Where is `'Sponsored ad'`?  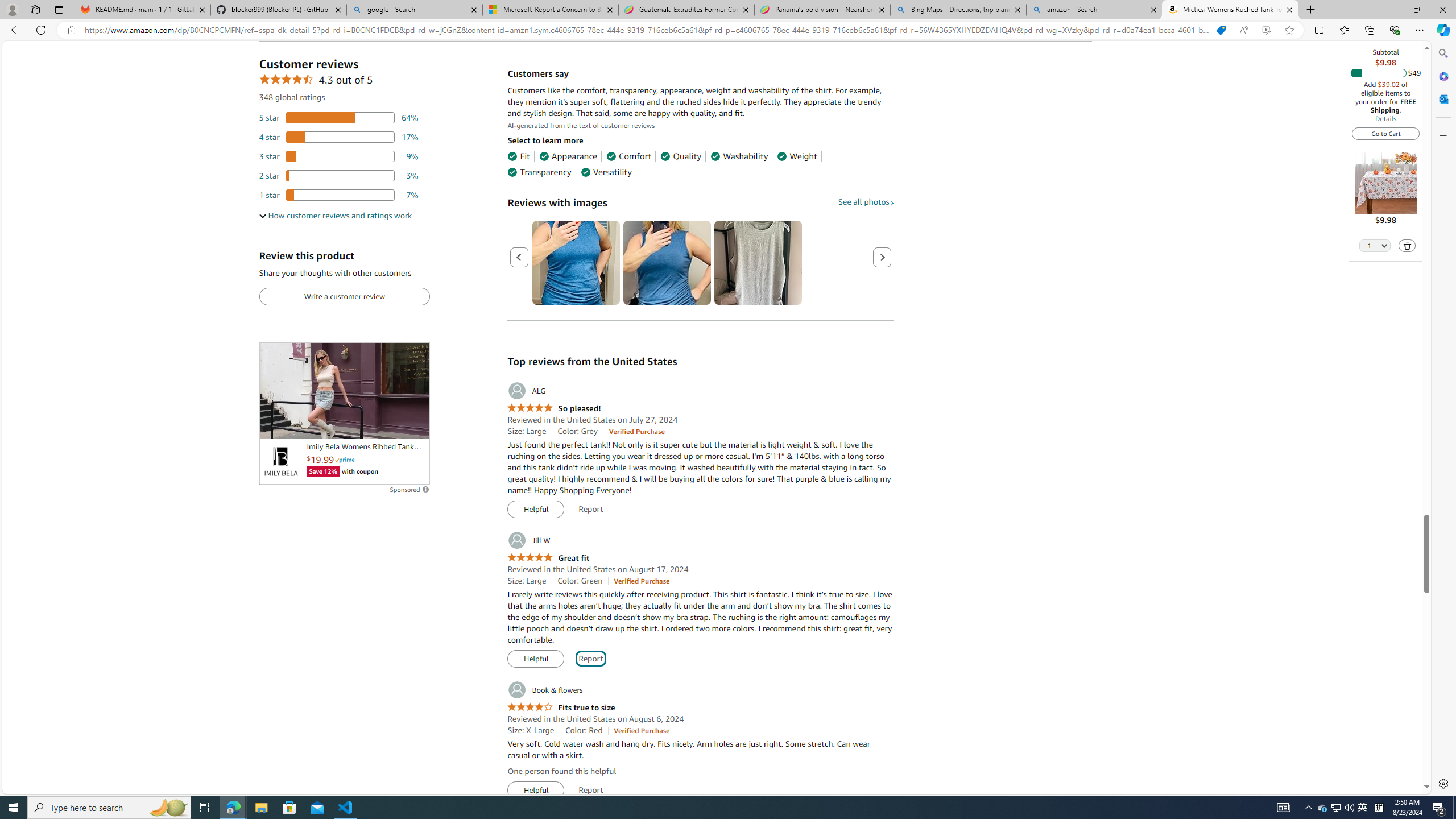
'Sponsored ad' is located at coordinates (344, 390).